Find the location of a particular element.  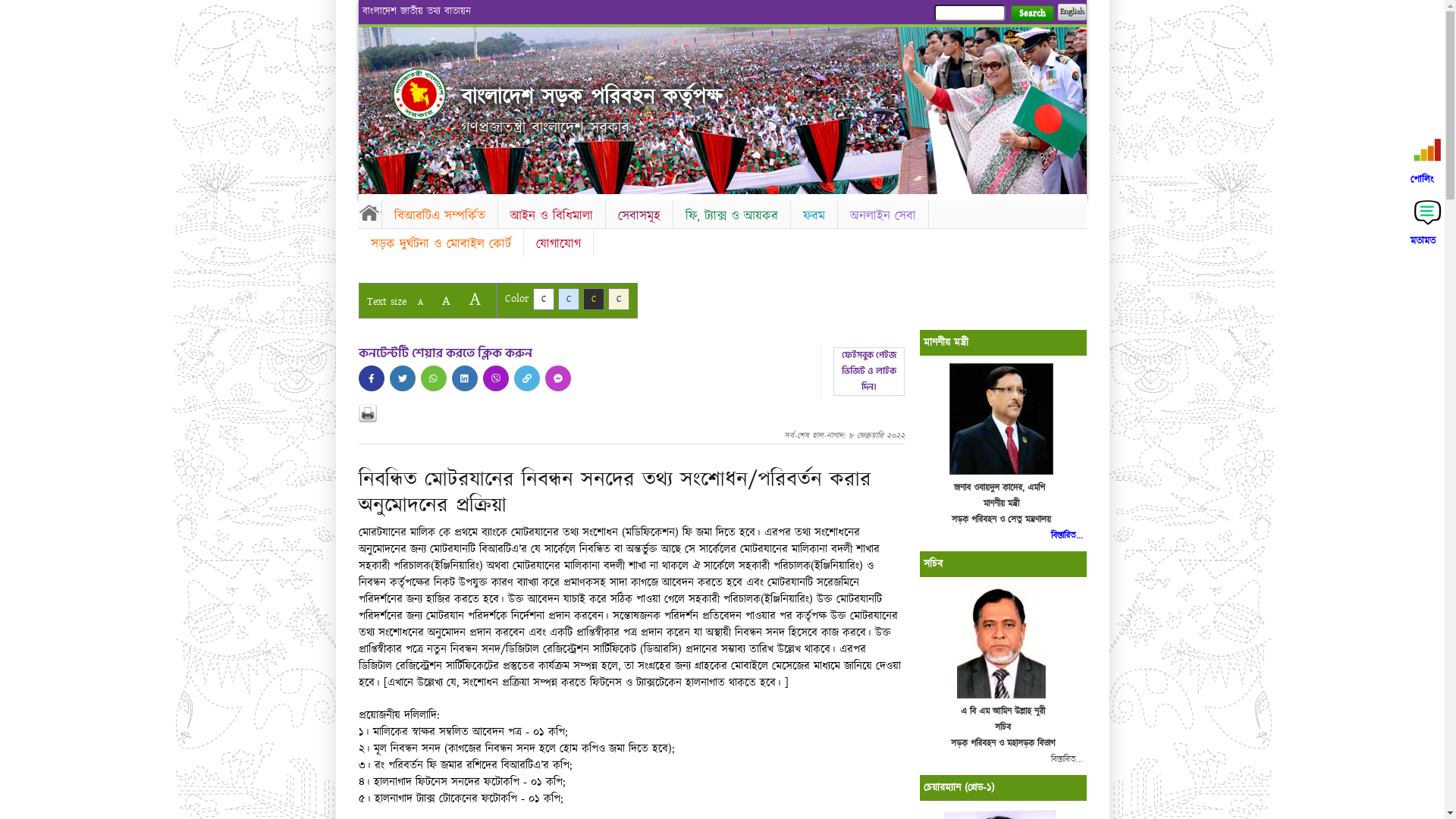

'C' is located at coordinates (619, 299).